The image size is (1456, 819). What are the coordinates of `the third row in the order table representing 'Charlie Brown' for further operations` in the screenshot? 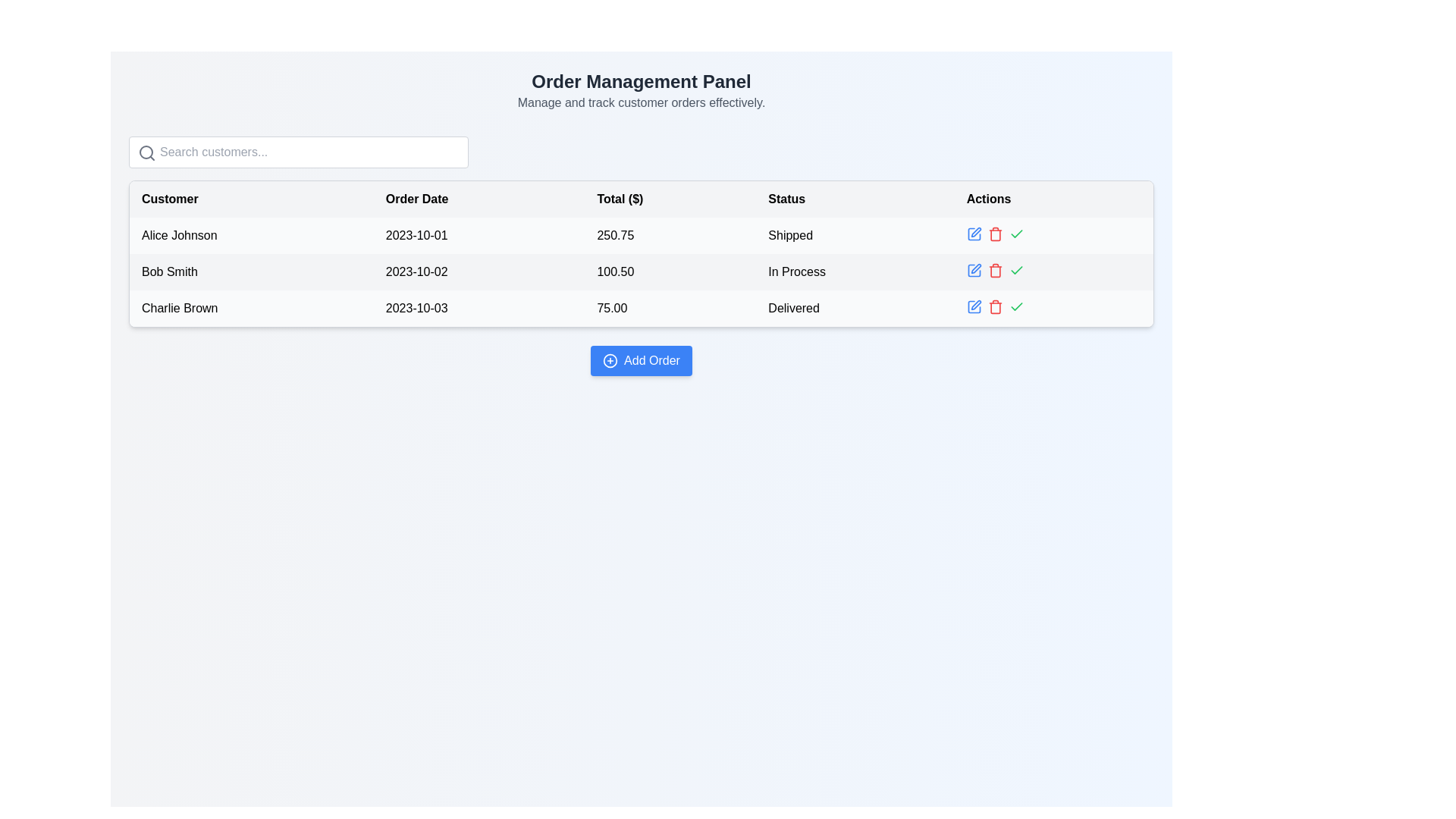 It's located at (641, 308).